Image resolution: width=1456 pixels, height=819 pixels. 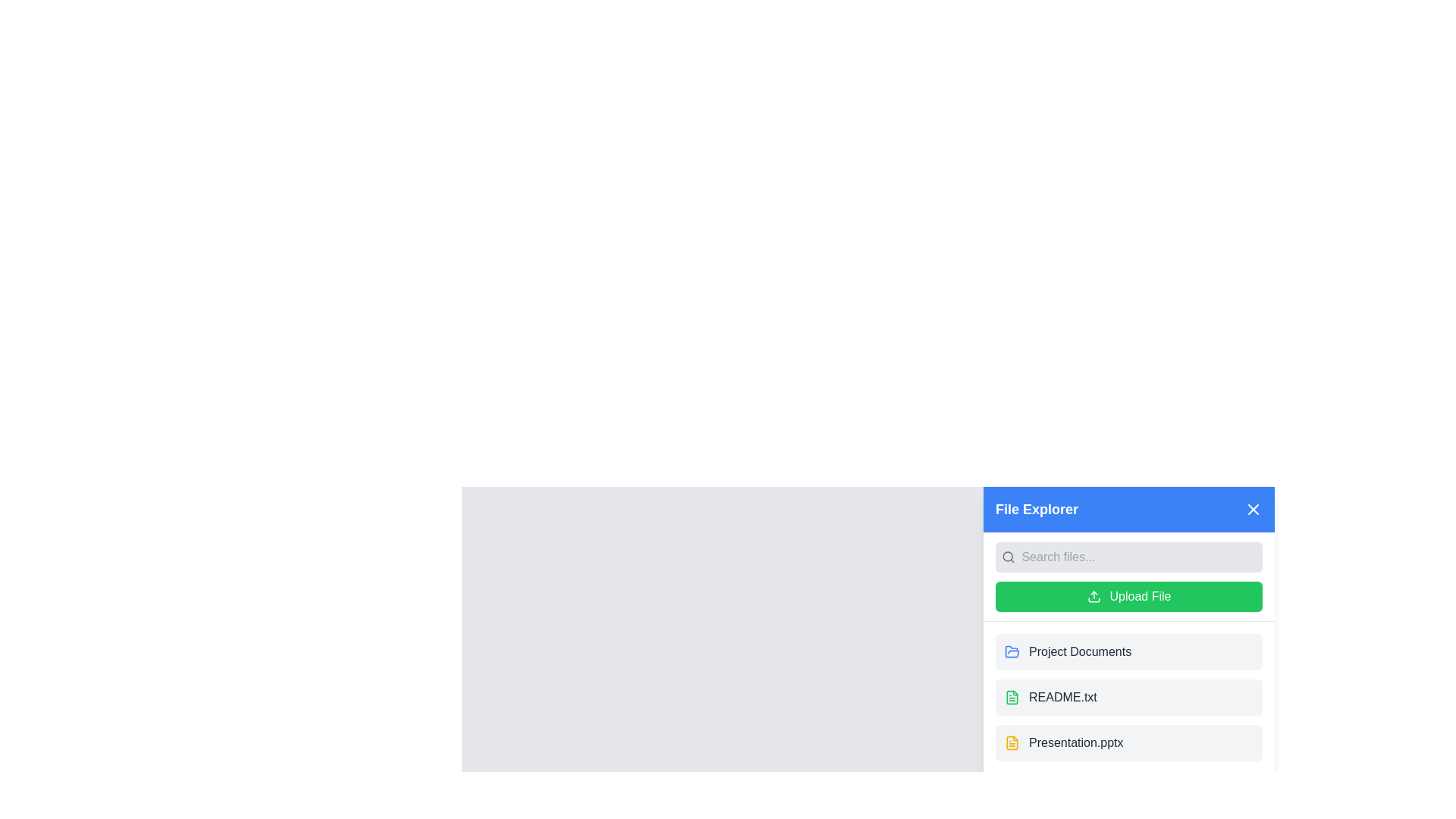 What do you see at coordinates (1128, 742) in the screenshot?
I see `the 'Presentation.pptx' file item` at bounding box center [1128, 742].